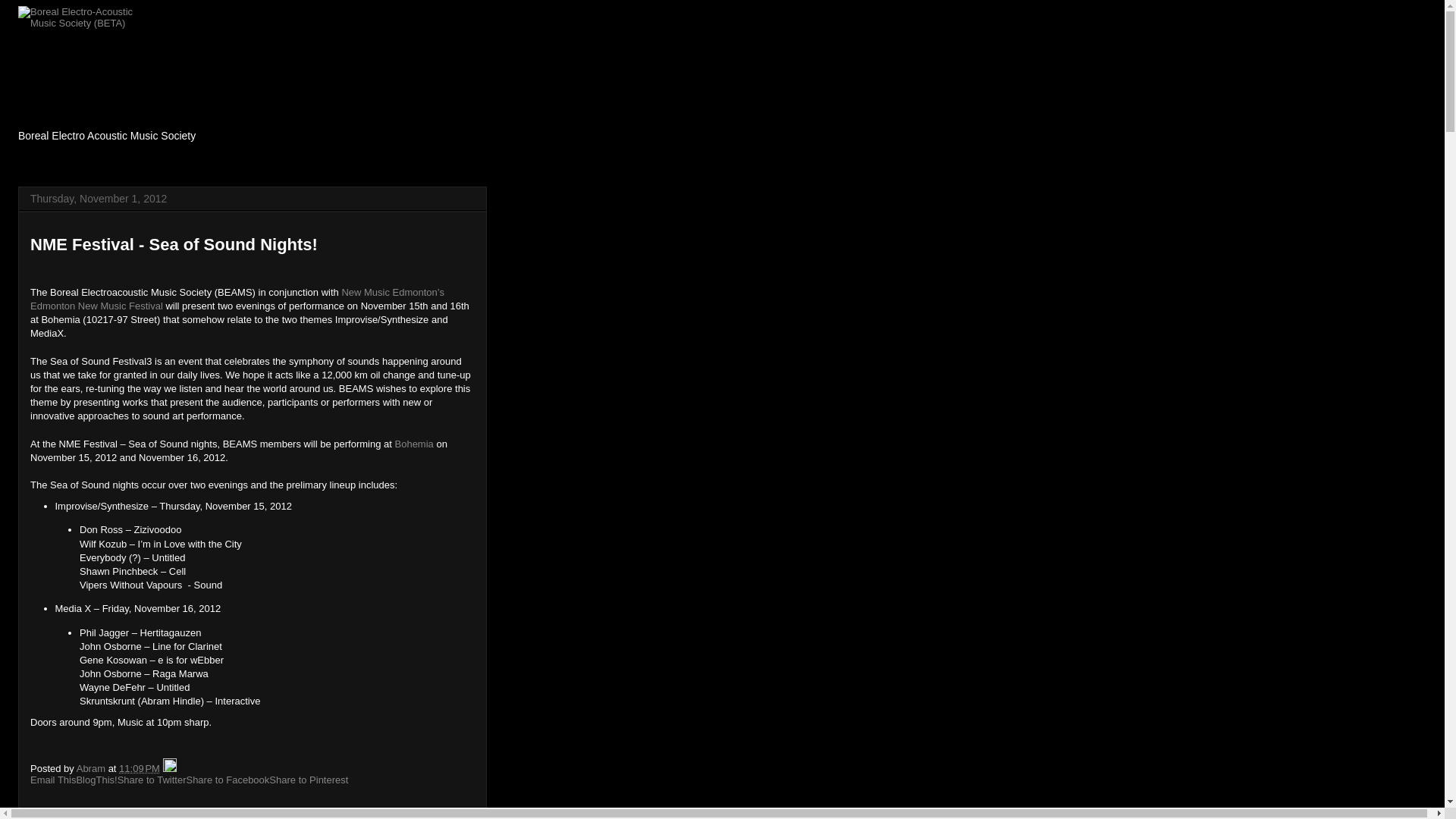  What do you see at coordinates (413, 444) in the screenshot?
I see `'Bohemia'` at bounding box center [413, 444].